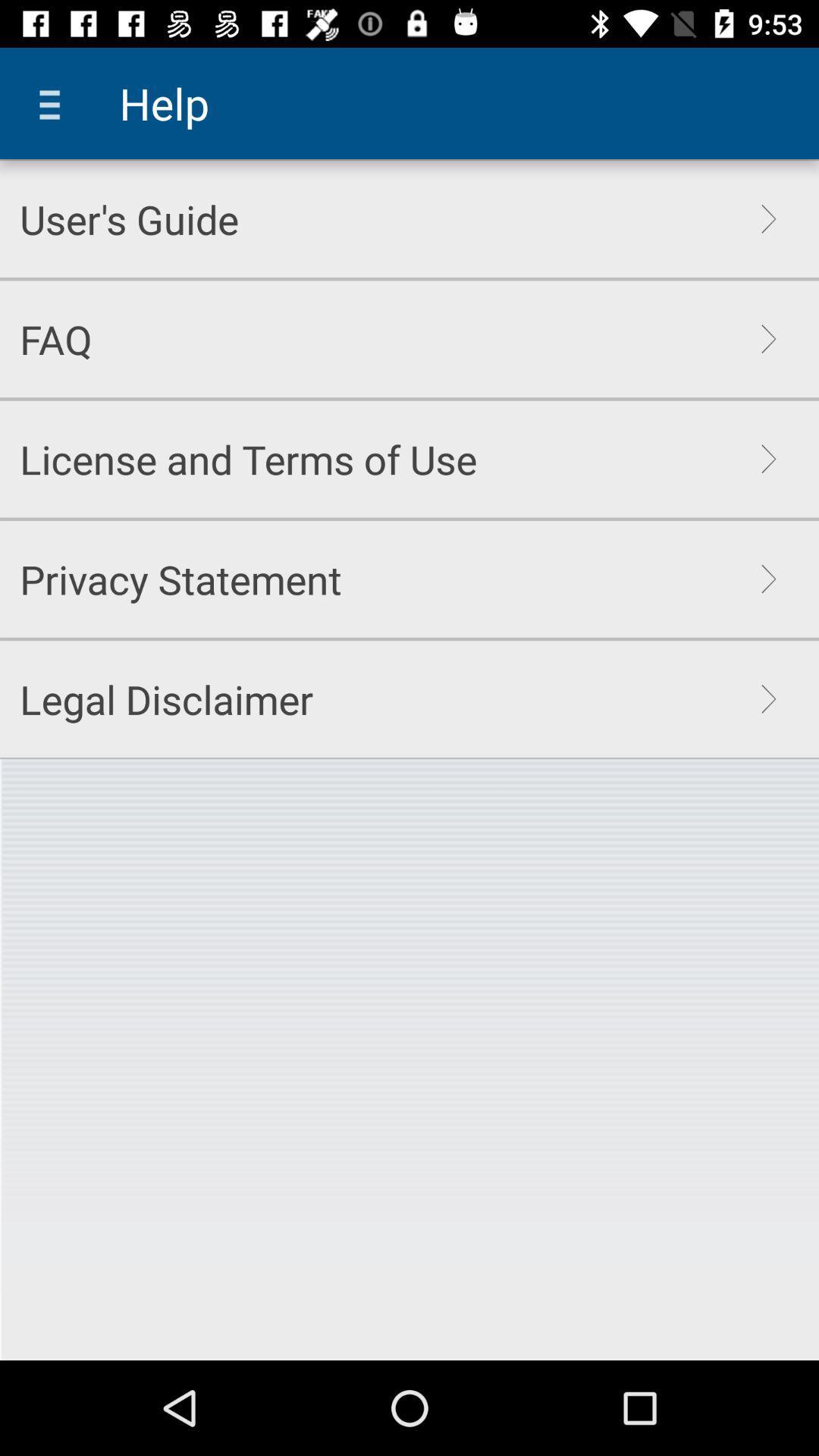 This screenshot has width=819, height=1456. Describe the element at coordinates (55, 102) in the screenshot. I see `icon above the user's guide` at that location.